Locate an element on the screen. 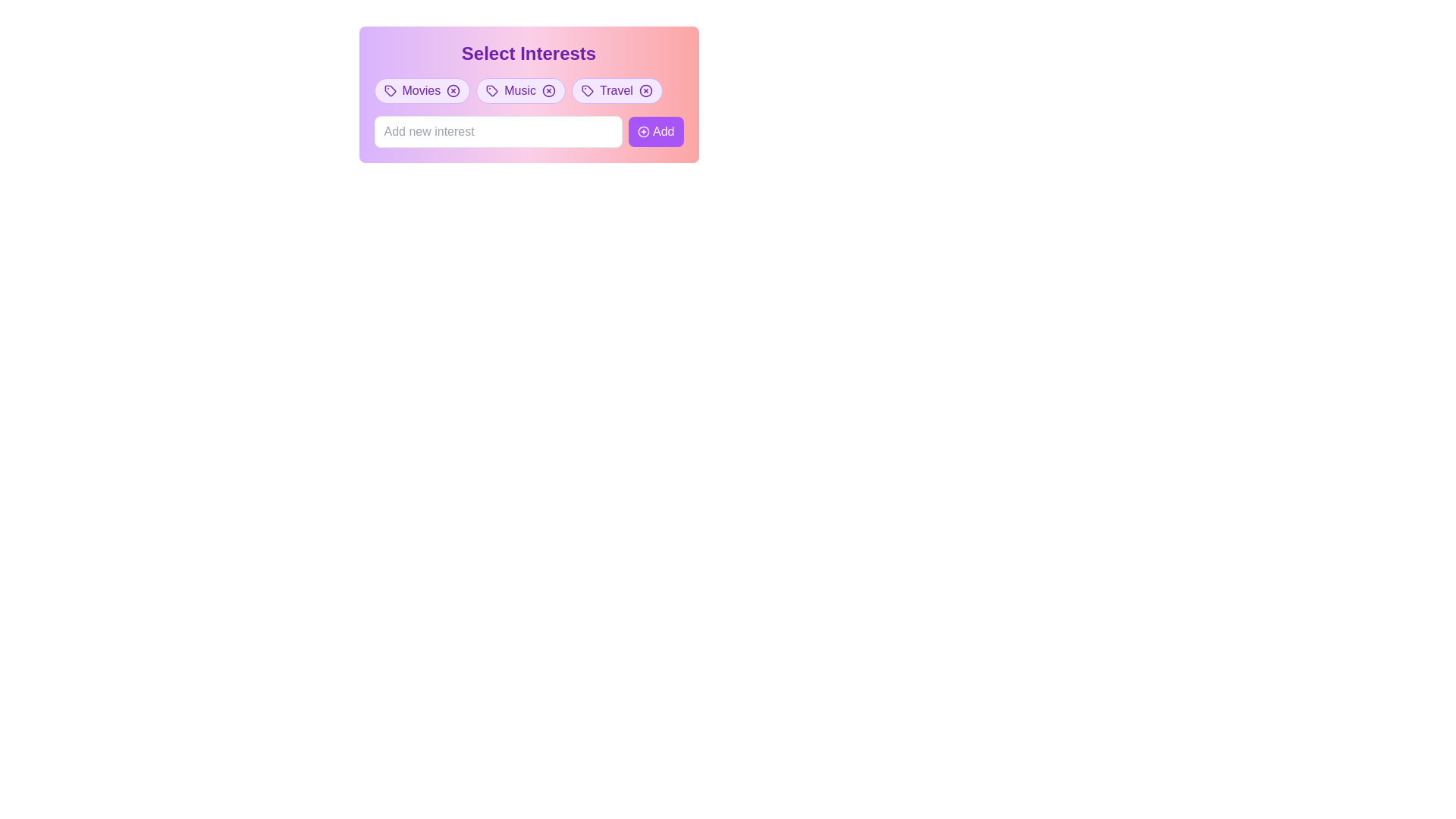 This screenshot has width=1456, height=819. the 'Music' category button located centrally among the three buttons labeled 'Movies', 'Music', and 'Travel' by using keyboard navigation is located at coordinates (521, 90).